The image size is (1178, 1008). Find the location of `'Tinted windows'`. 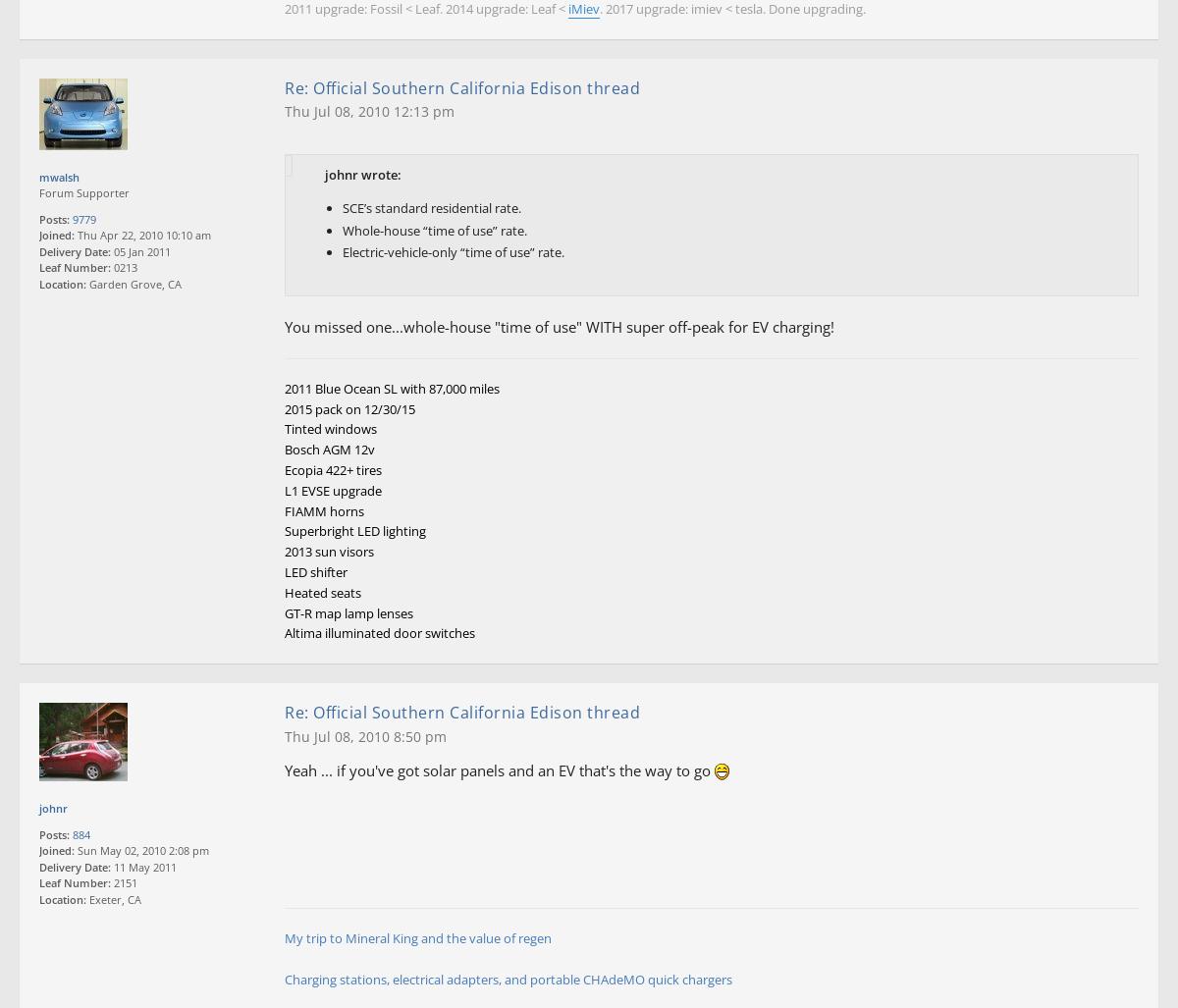

'Tinted windows' is located at coordinates (330, 427).